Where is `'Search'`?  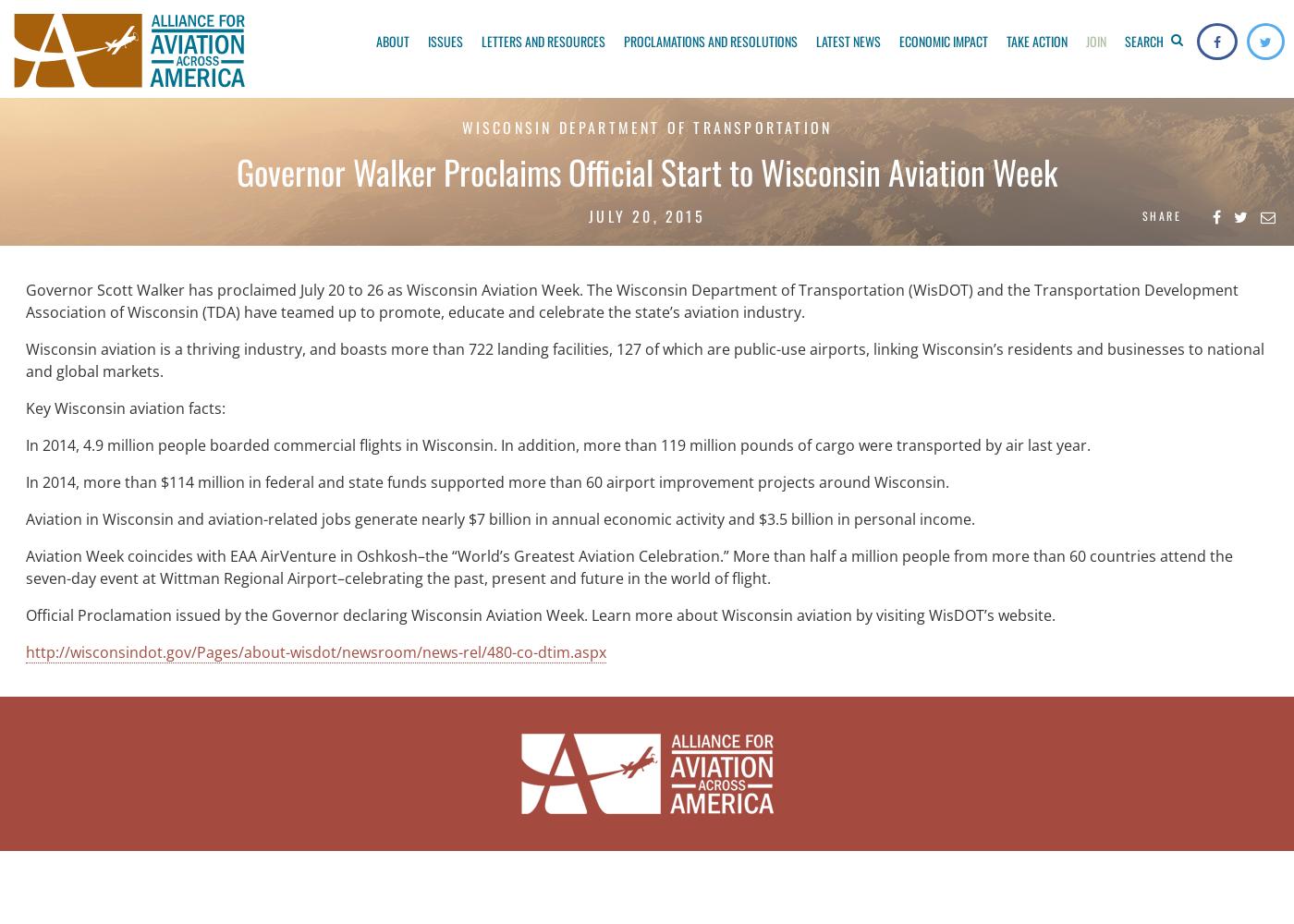
'Search' is located at coordinates (1145, 41).